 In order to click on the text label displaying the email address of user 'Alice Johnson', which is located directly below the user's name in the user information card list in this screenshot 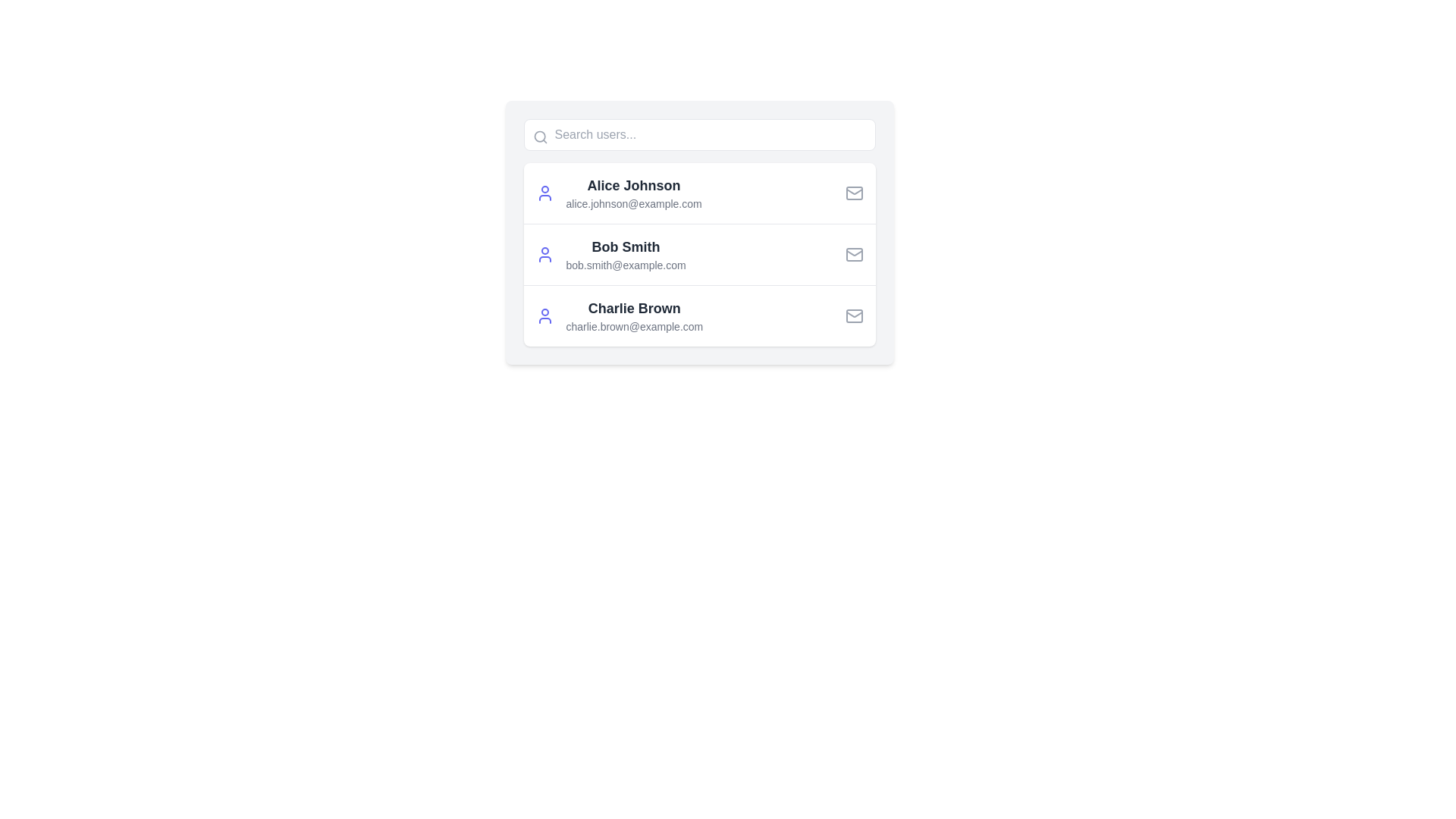, I will do `click(634, 203)`.